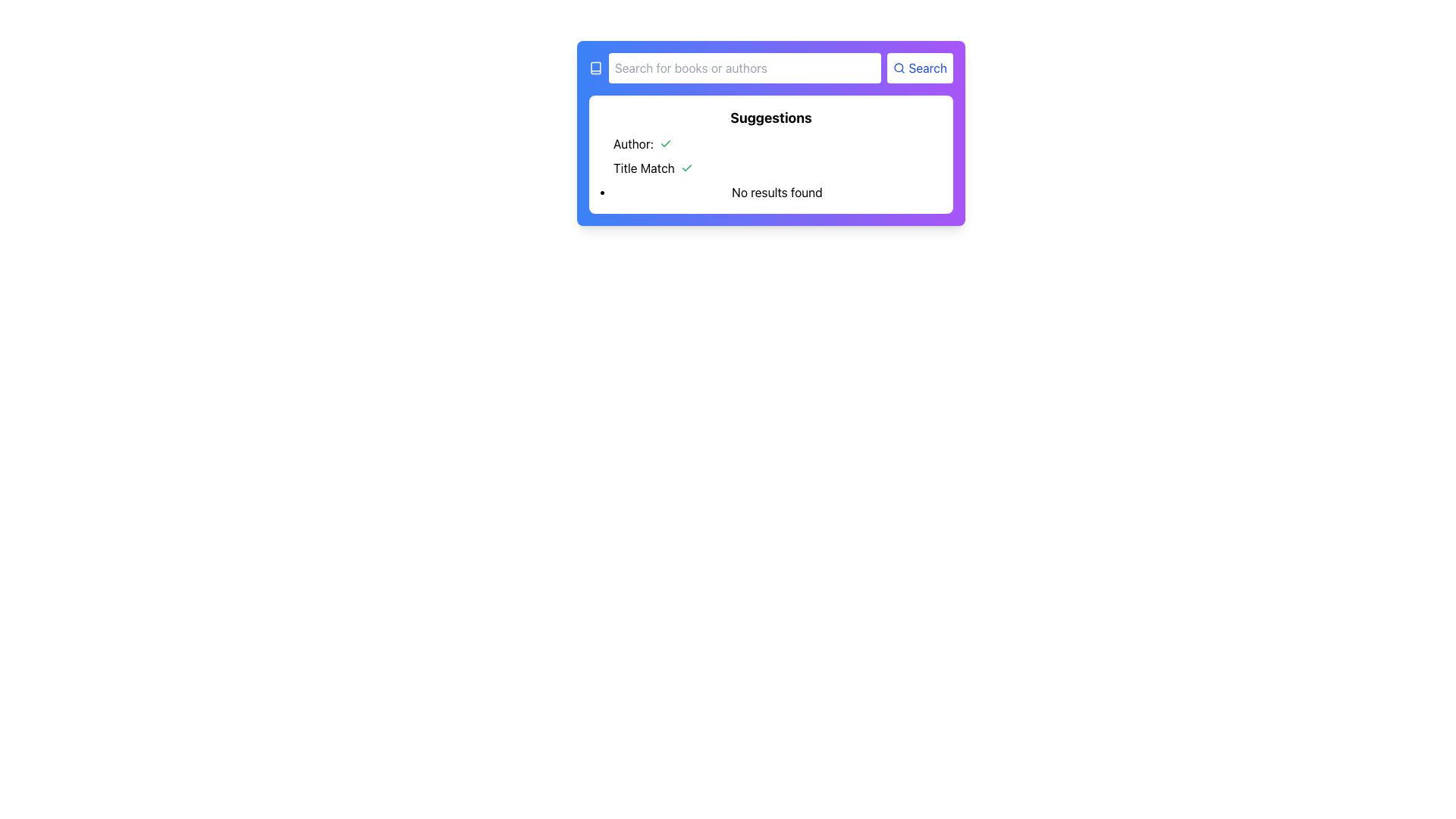 This screenshot has height=819, width=1456. I want to click on the text input field used for searching books or authors to focus on it, so click(745, 67).